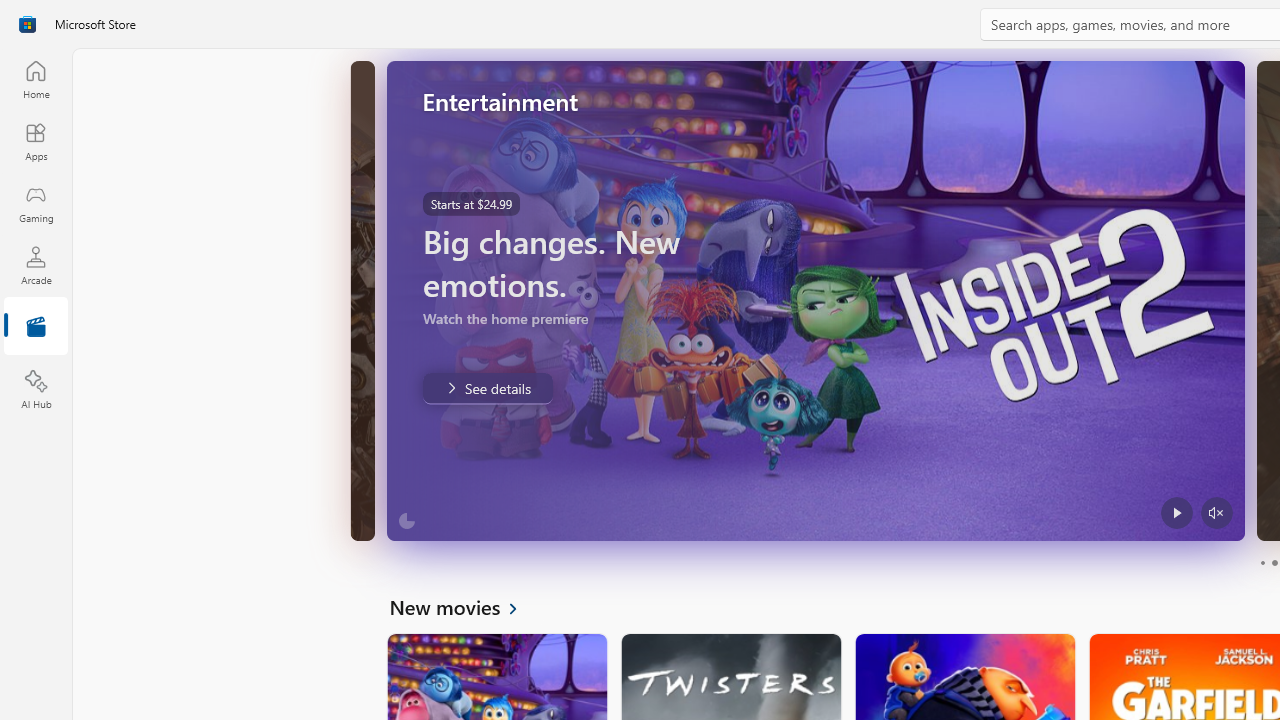  I want to click on 'See all  New movies', so click(464, 605).